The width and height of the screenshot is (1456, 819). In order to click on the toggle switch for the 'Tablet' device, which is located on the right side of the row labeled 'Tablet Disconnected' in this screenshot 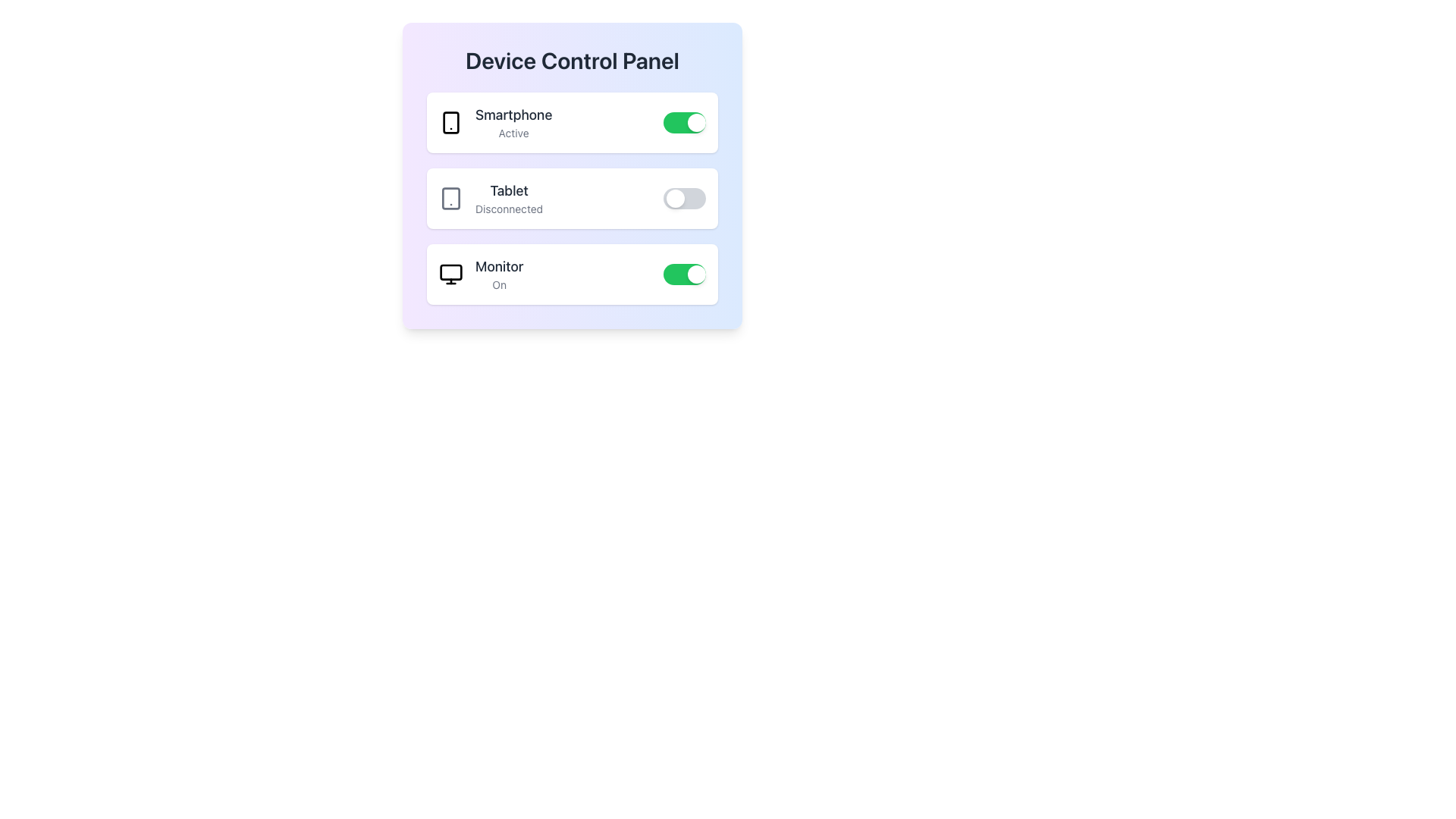, I will do `click(683, 198)`.